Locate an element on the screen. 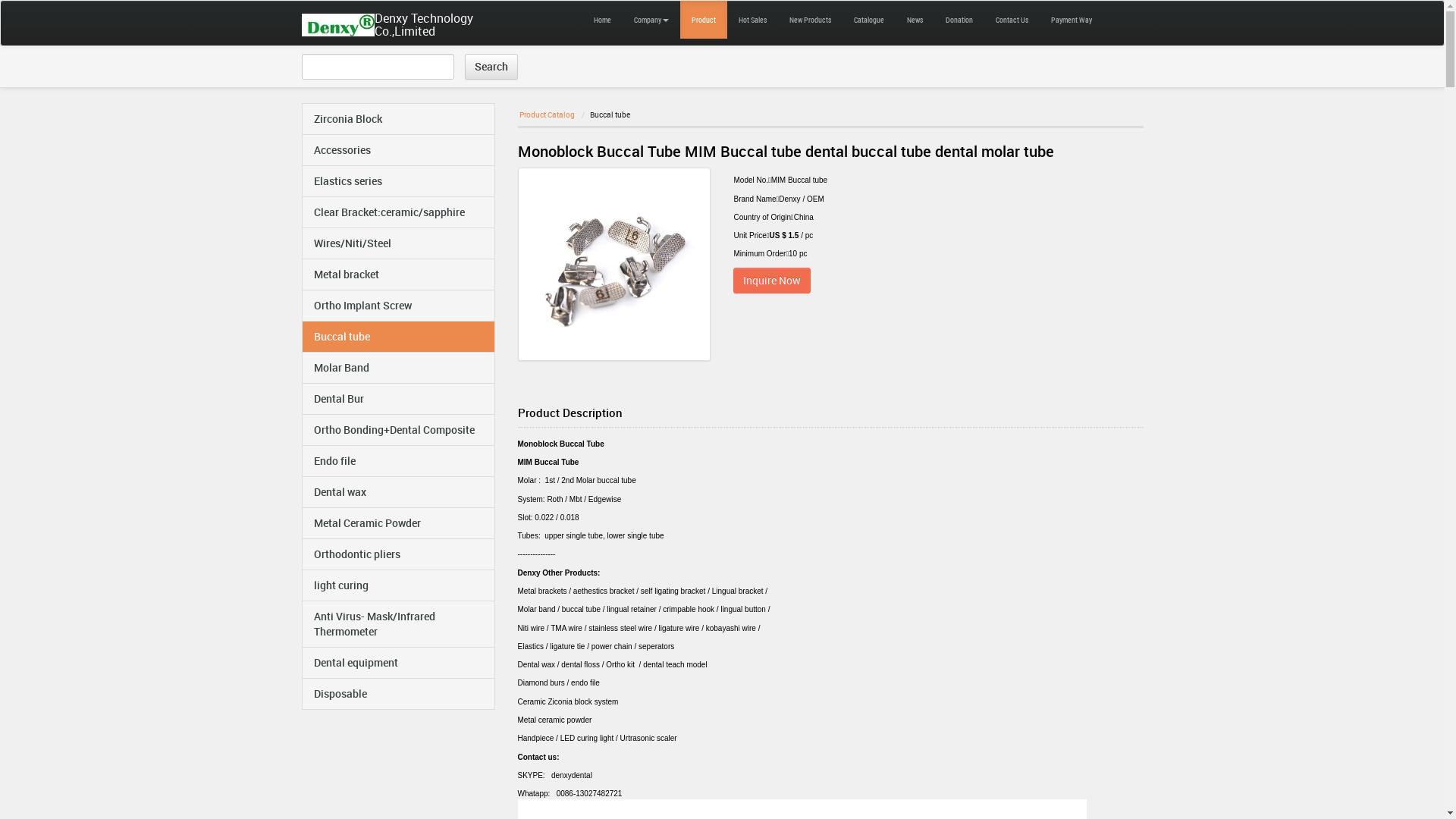 The width and height of the screenshot is (1456, 819). 'New Products' is located at coordinates (778, 20).